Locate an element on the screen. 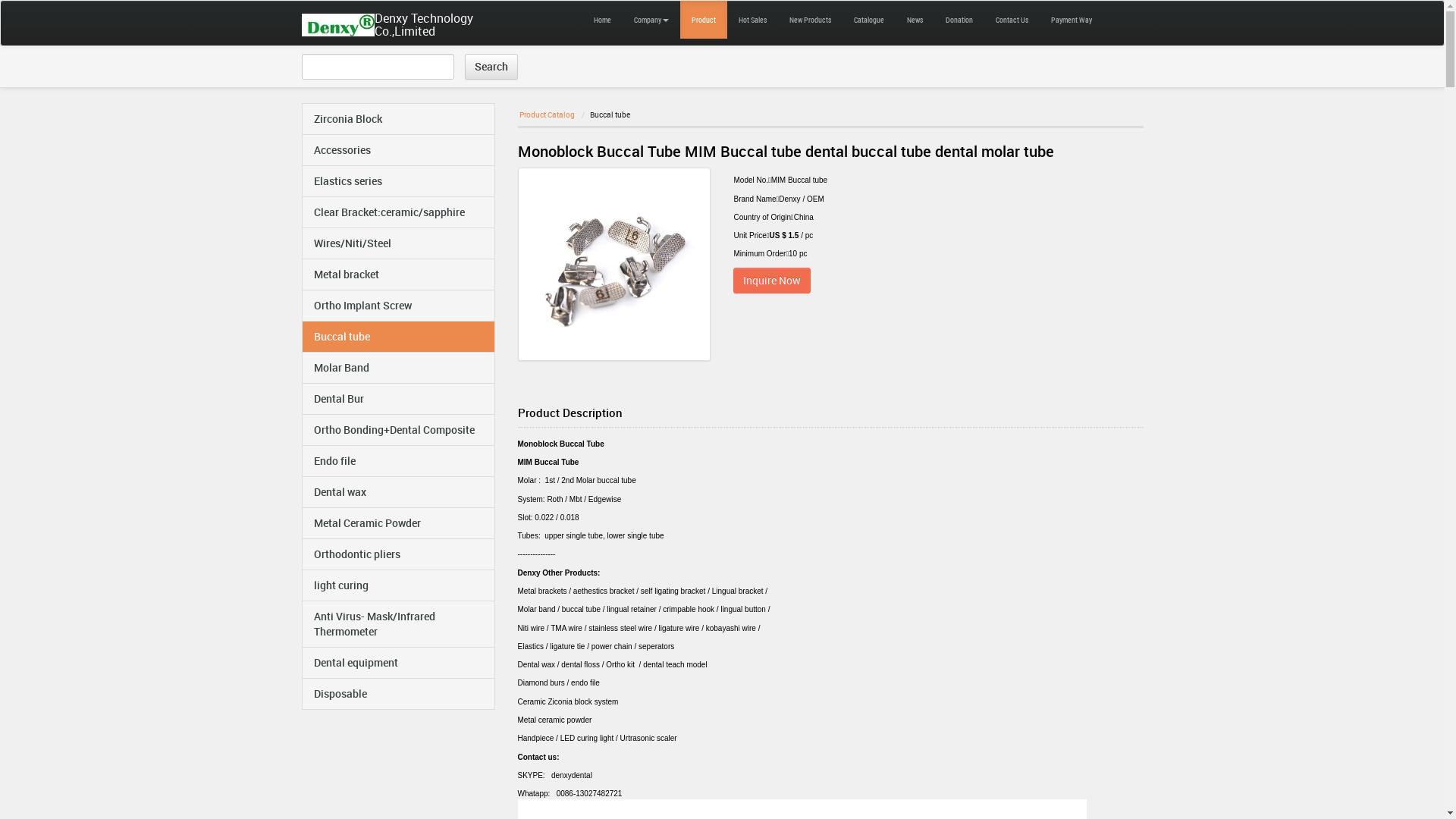 The width and height of the screenshot is (1456, 819). 'New Products' is located at coordinates (778, 20).